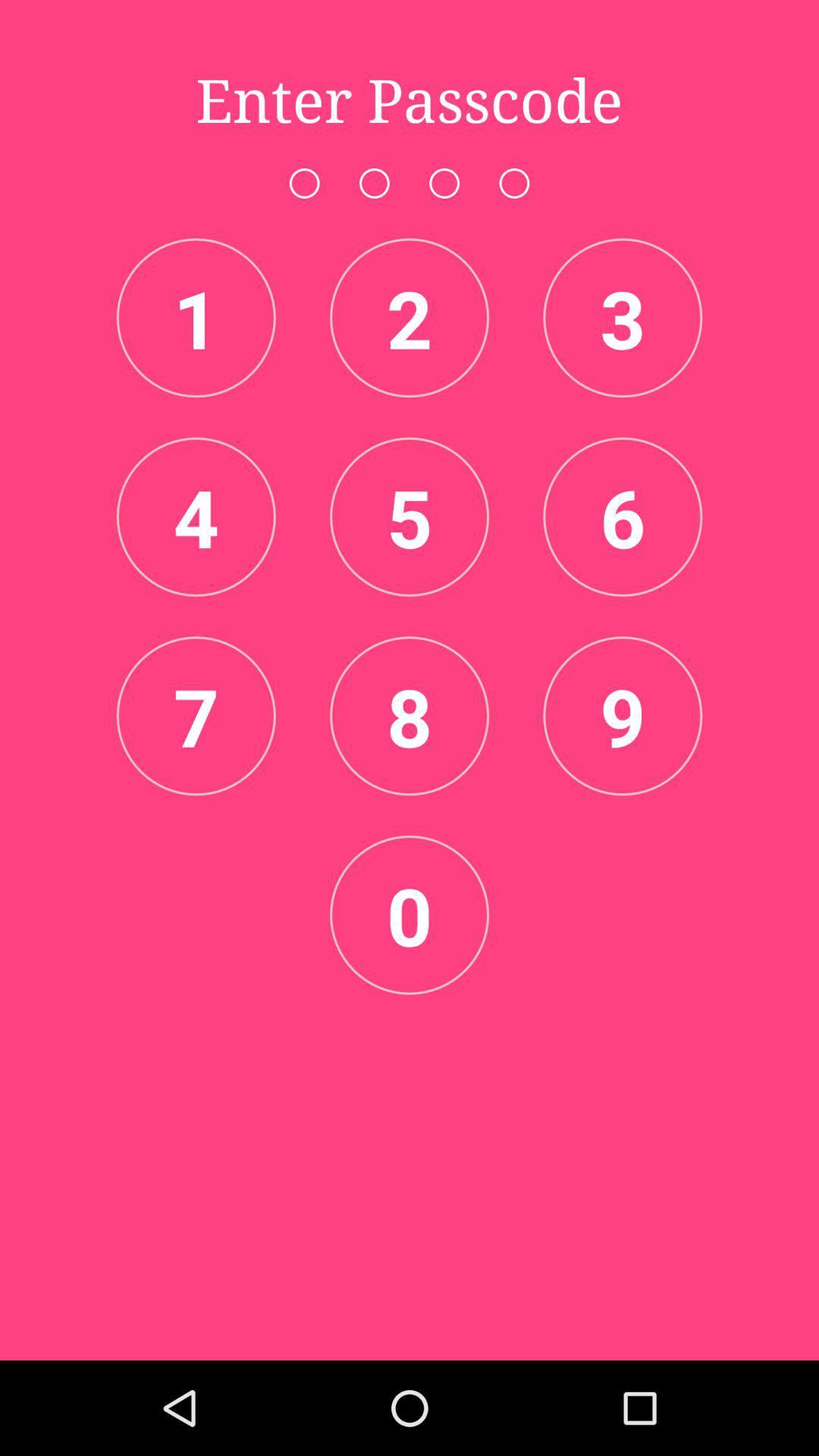 Image resolution: width=819 pixels, height=1456 pixels. What do you see at coordinates (409, 715) in the screenshot?
I see `the number 8` at bounding box center [409, 715].